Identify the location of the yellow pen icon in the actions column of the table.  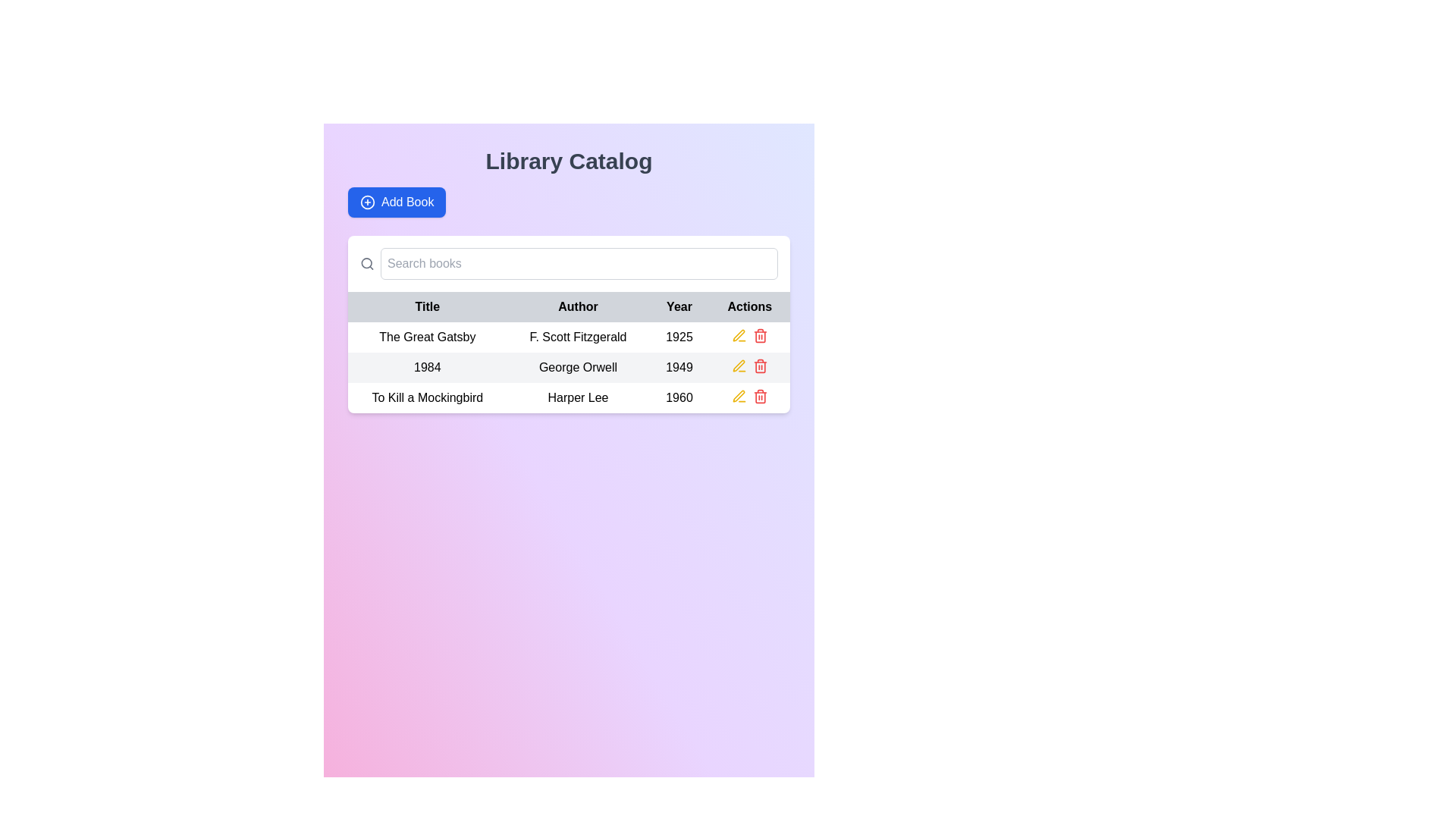
(739, 395).